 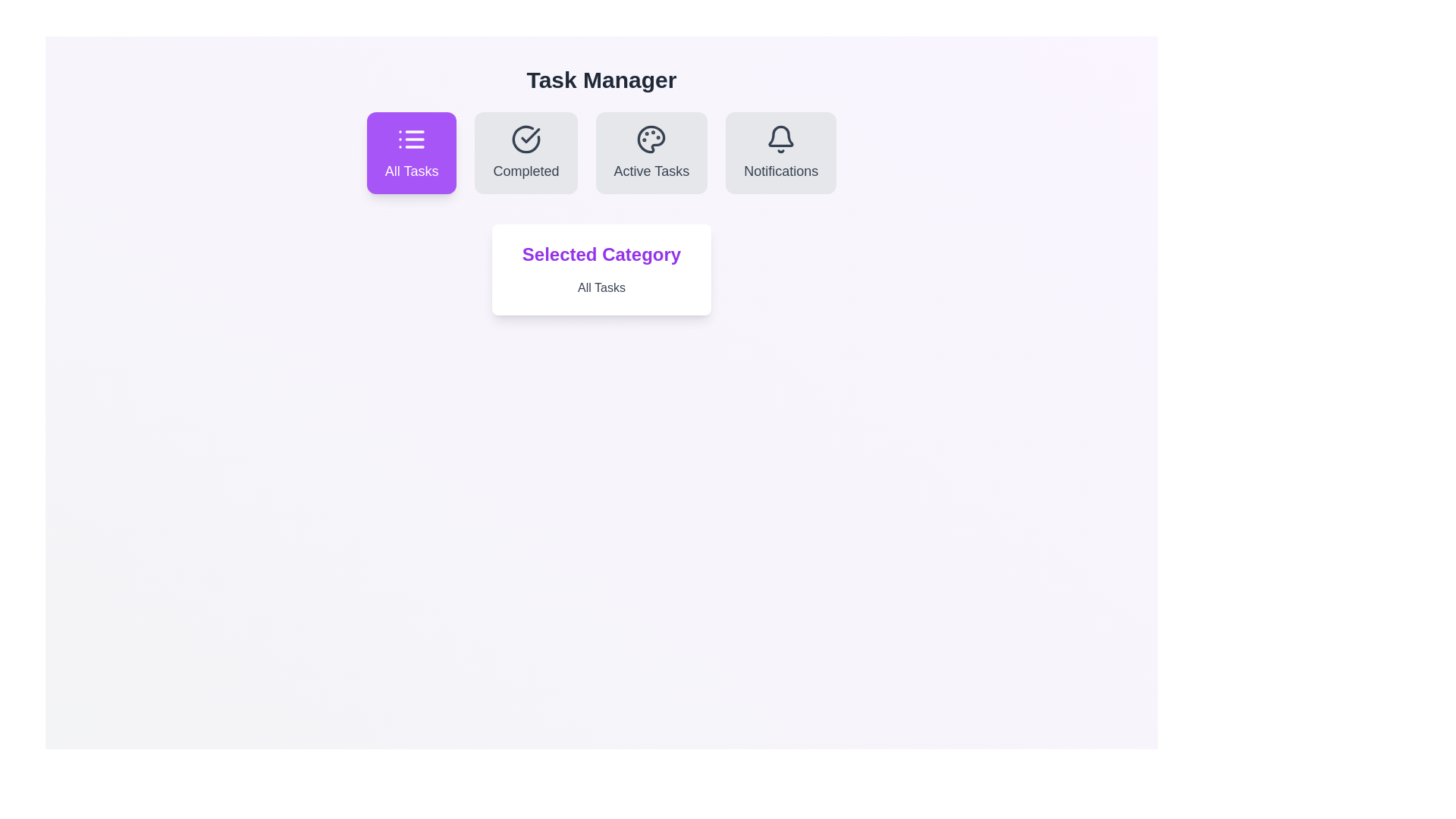 I want to click on the category button labeled All Tasks, so click(x=412, y=152).